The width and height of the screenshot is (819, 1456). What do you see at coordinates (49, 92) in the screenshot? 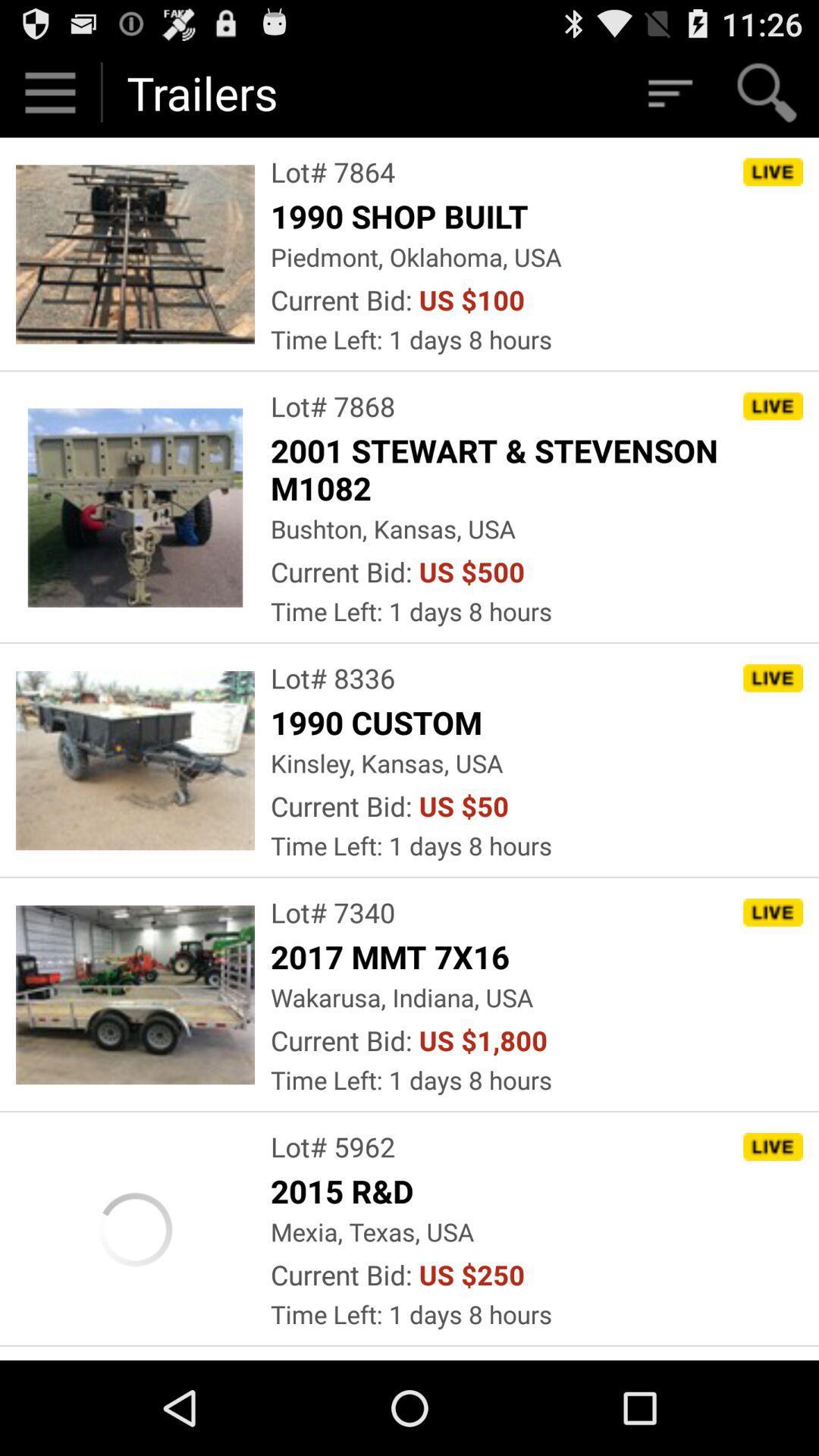
I see `settings` at bounding box center [49, 92].